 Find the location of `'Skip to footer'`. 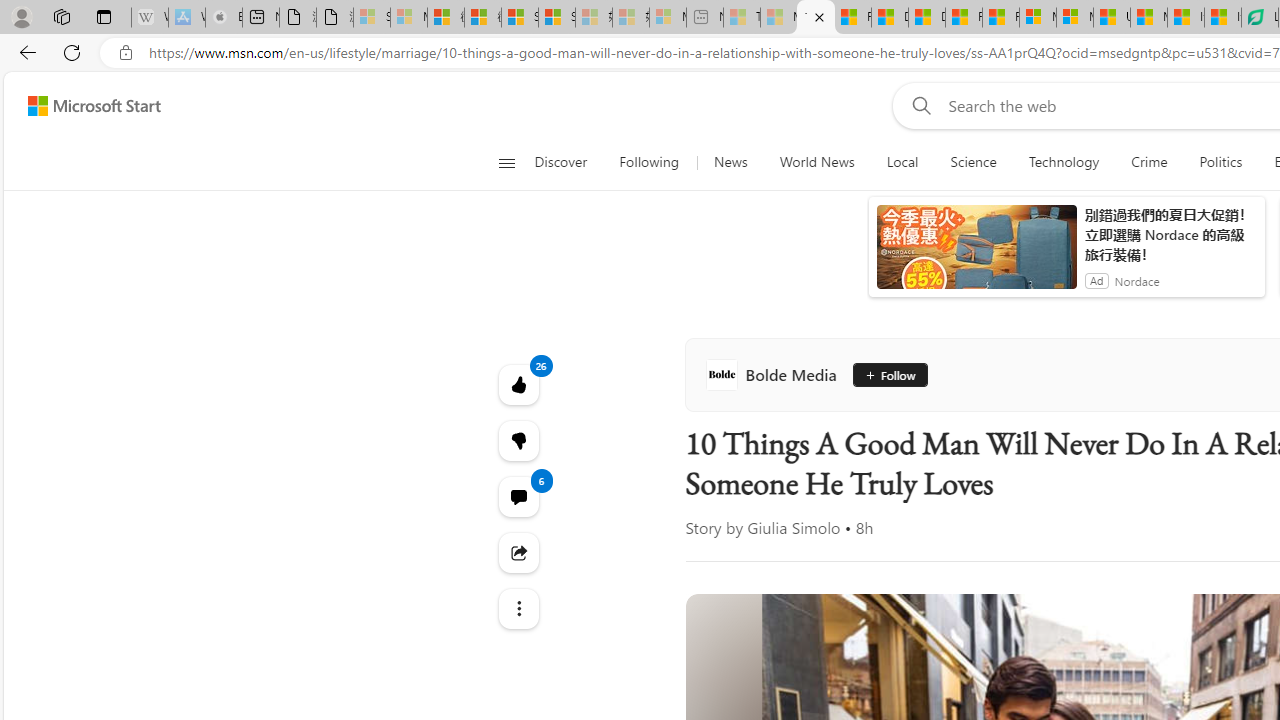

'Skip to footer' is located at coordinates (81, 105).